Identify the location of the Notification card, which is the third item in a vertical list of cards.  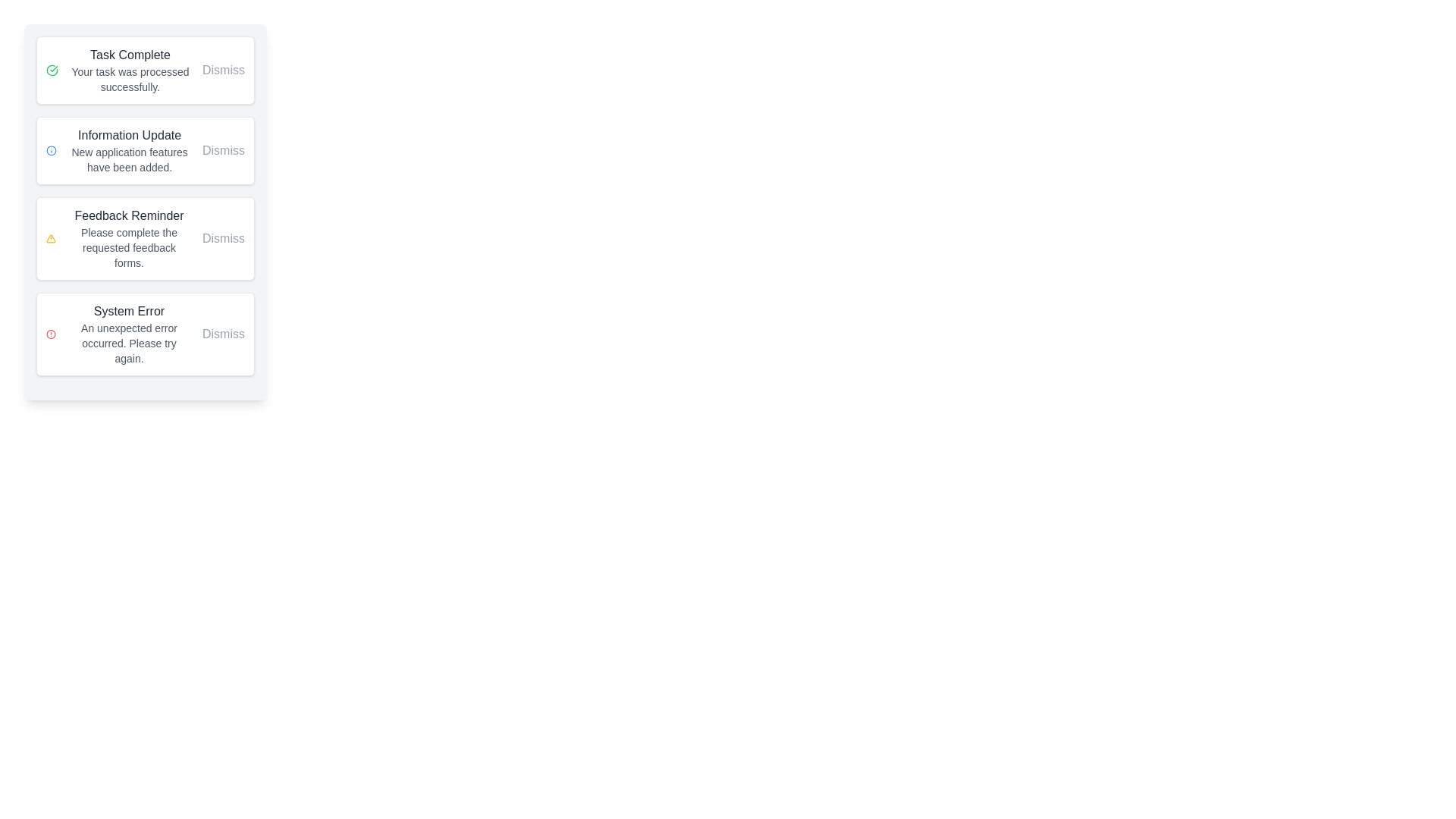
(146, 212).